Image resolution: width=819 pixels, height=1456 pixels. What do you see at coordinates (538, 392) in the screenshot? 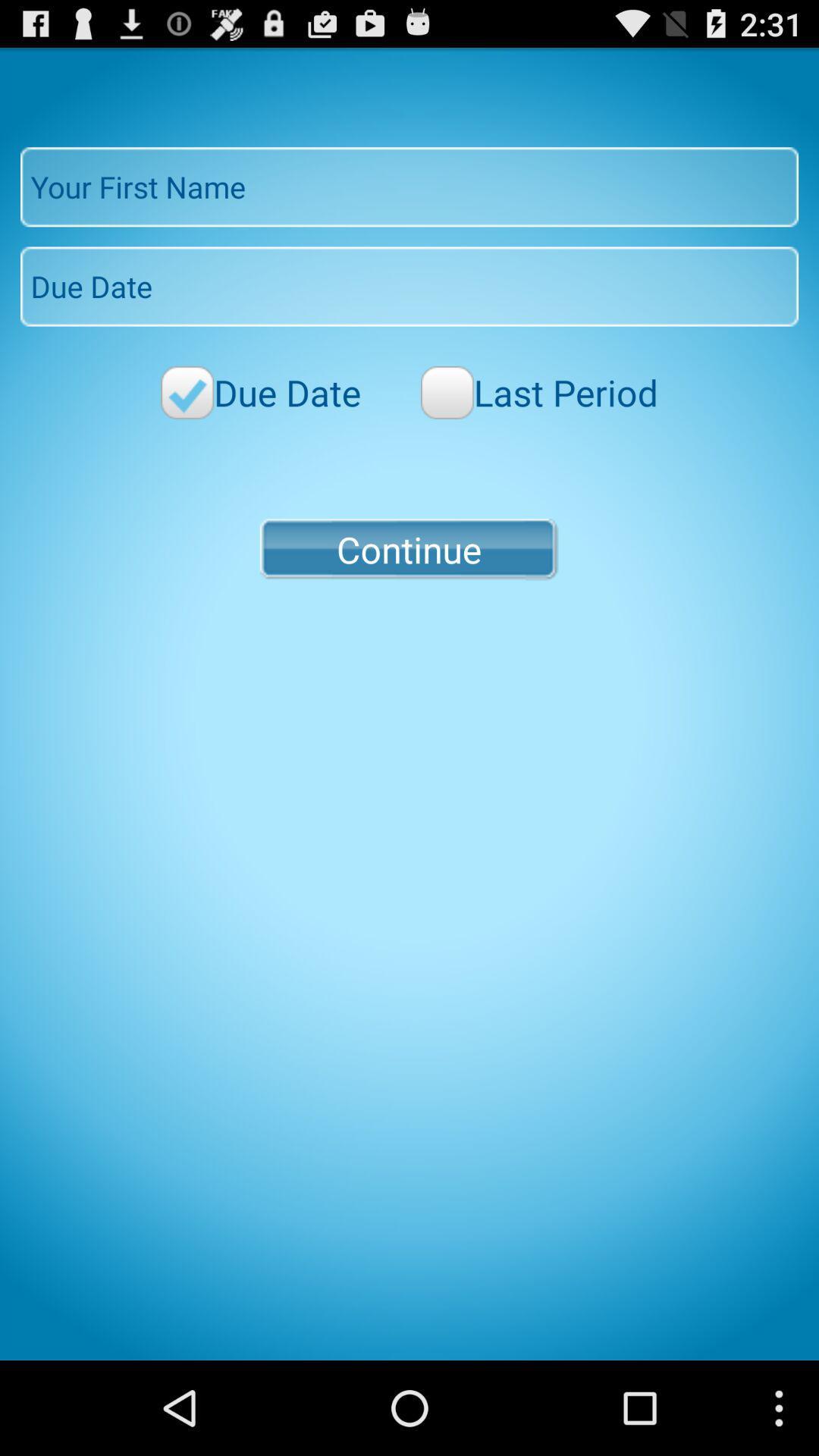
I see `the icon next to the due date` at bounding box center [538, 392].